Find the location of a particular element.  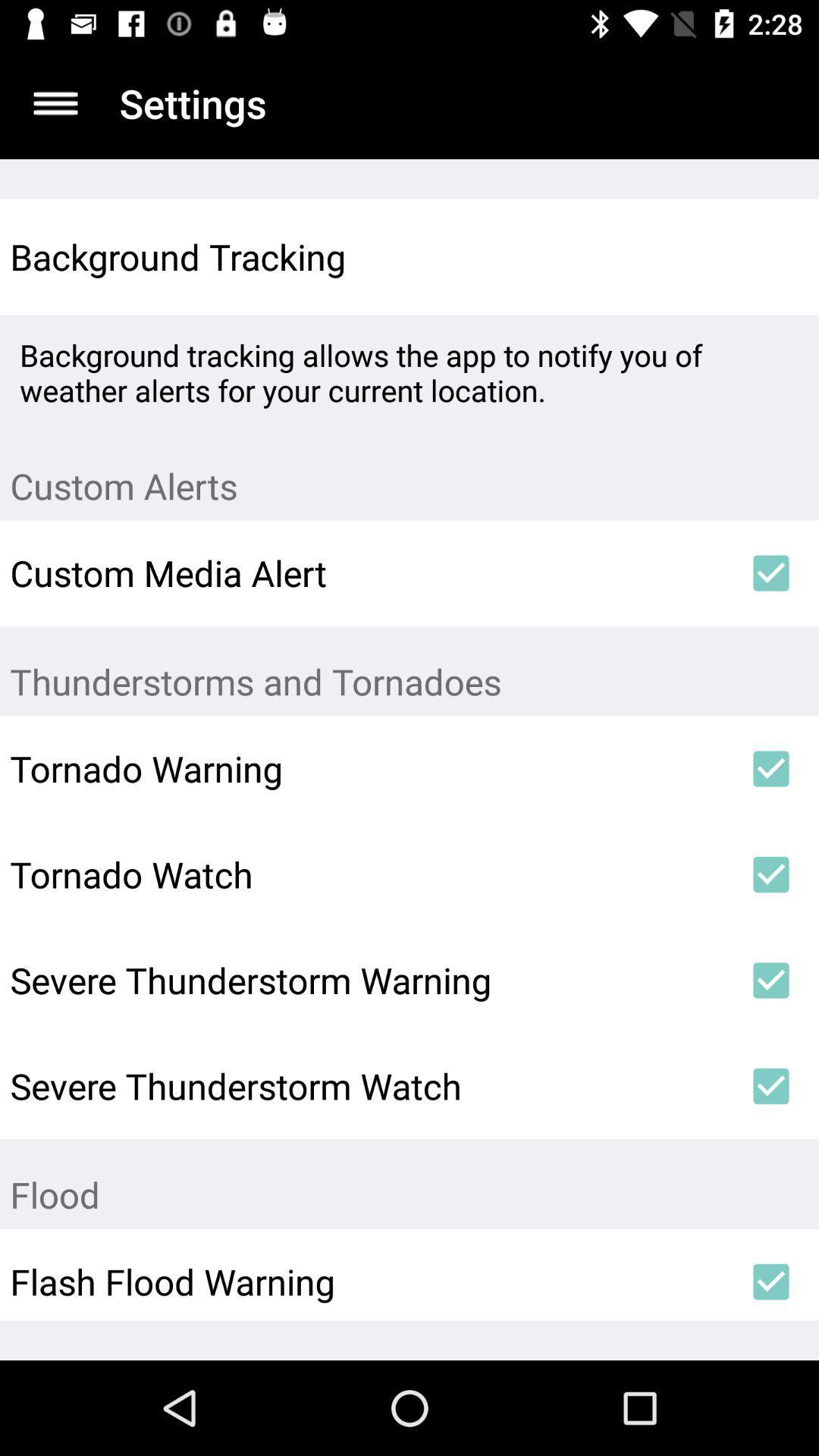

item to the left of settings item is located at coordinates (55, 102).